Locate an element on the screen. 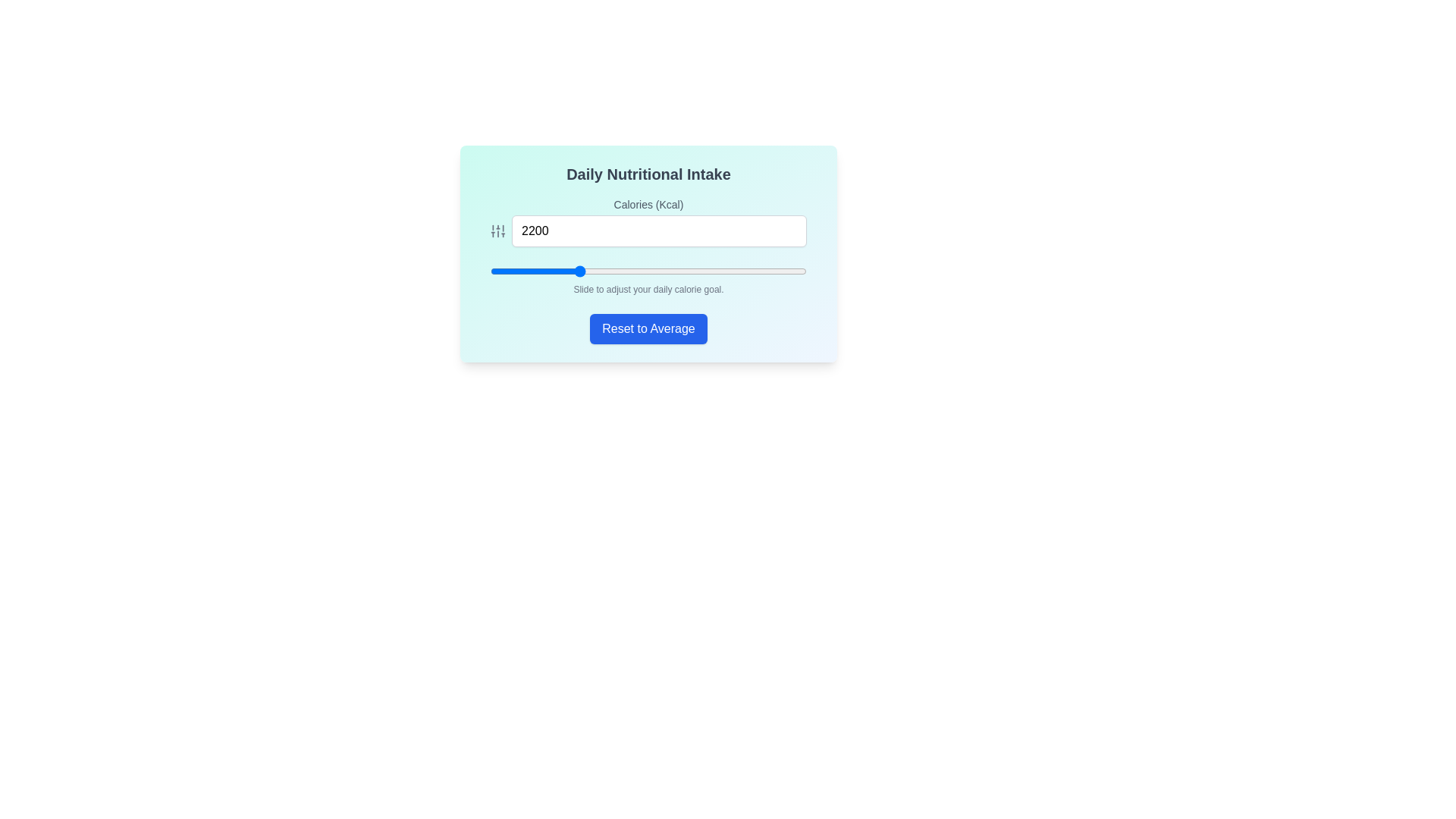 This screenshot has width=1456, height=819. daily calorie intake goal is located at coordinates (760, 271).